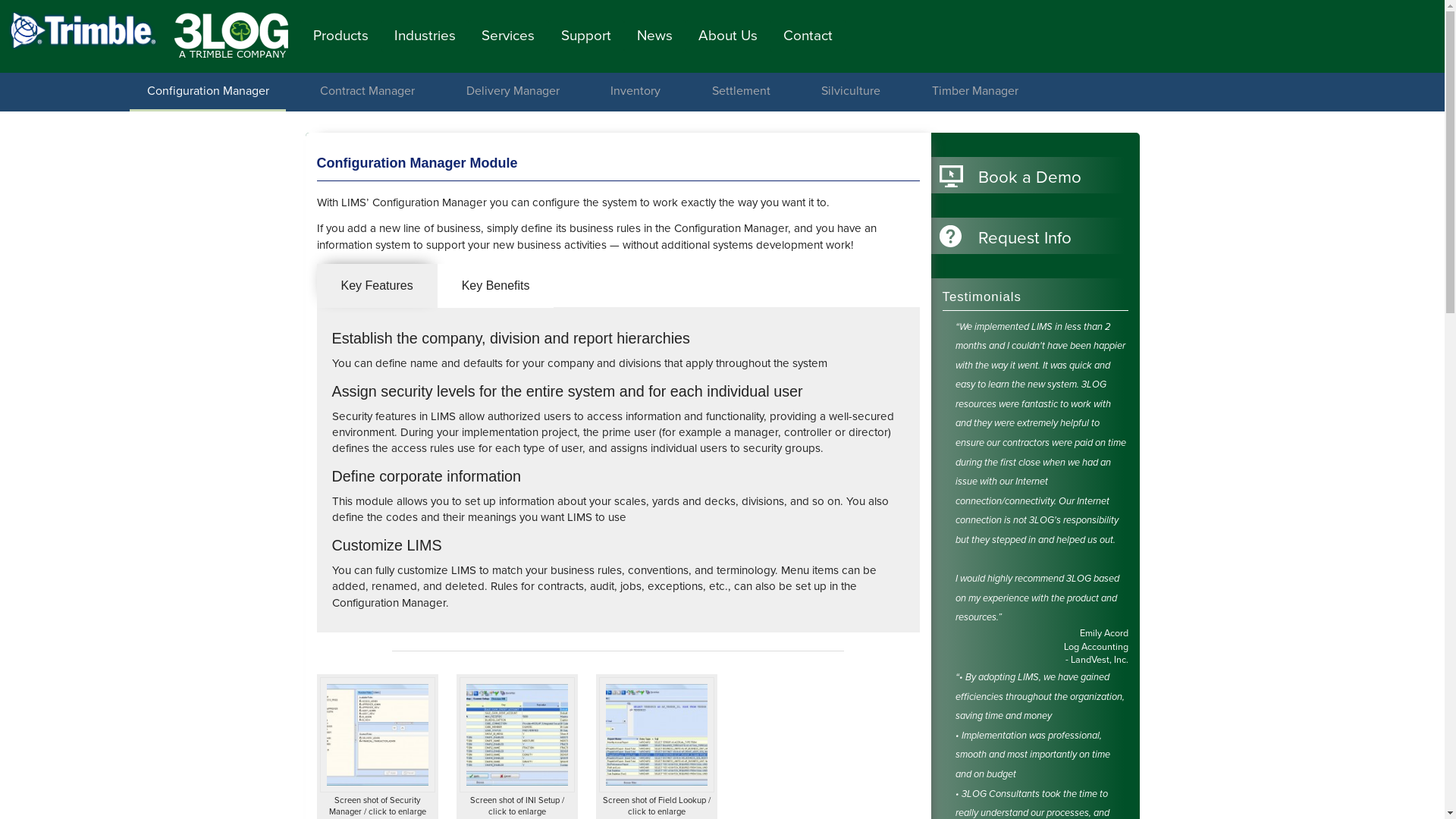 The width and height of the screenshot is (1456, 819). Describe the element at coordinates (920, 90) in the screenshot. I see `'Timber Manager'` at that location.